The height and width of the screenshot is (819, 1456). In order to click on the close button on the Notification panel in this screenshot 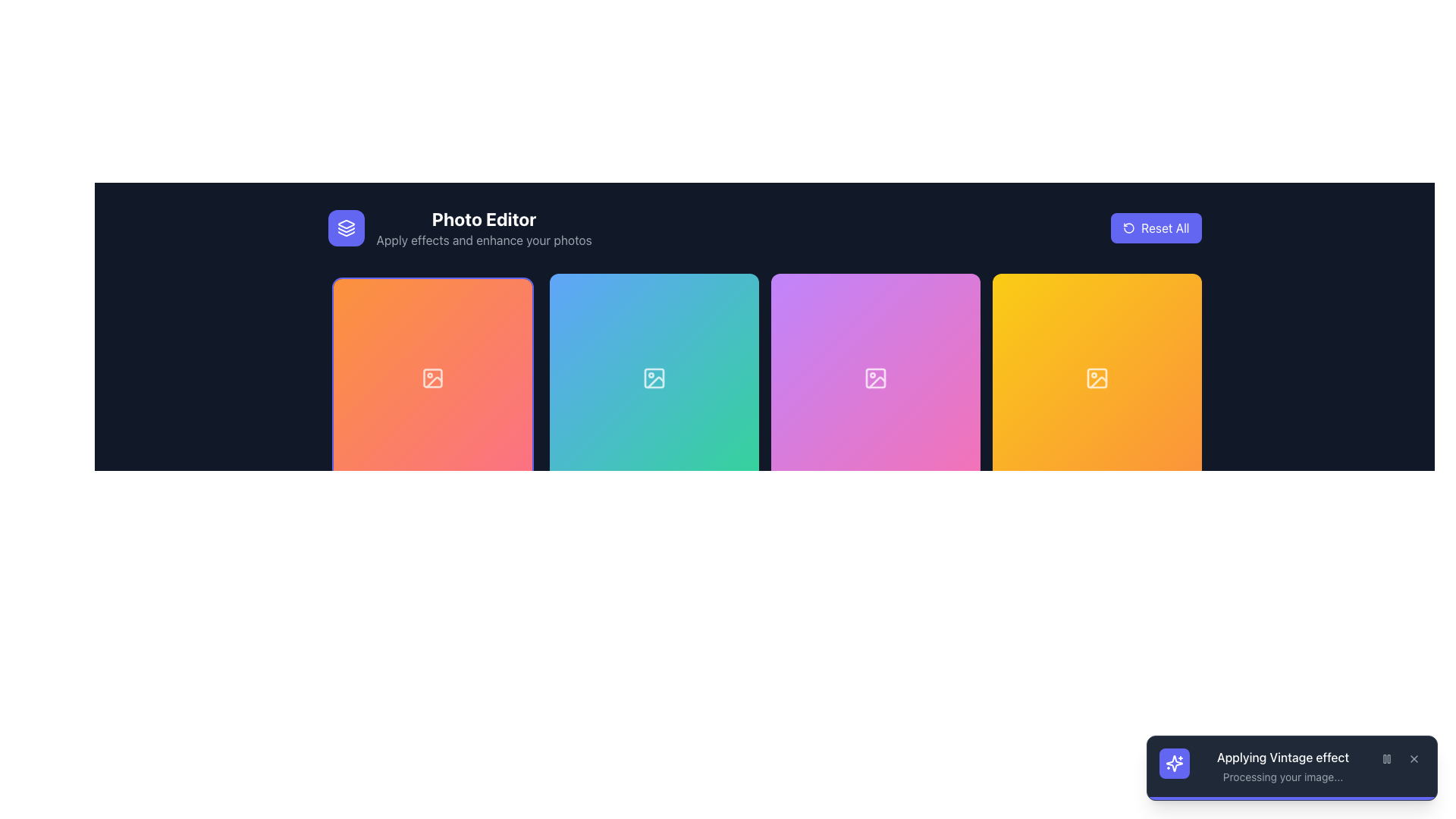, I will do `click(1291, 766)`.